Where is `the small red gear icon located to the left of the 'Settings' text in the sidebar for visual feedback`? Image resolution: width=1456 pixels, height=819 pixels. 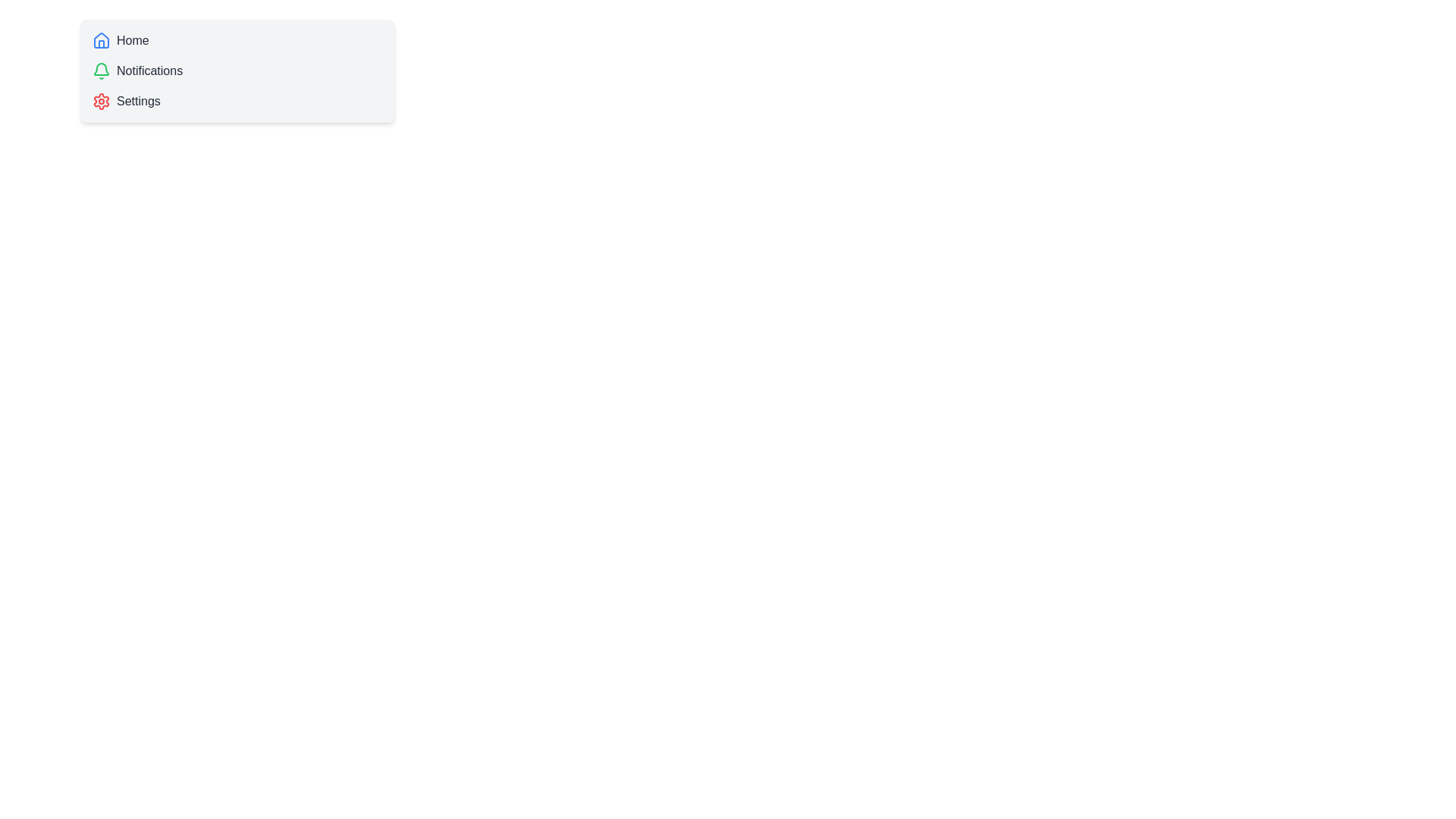
the small red gear icon located to the left of the 'Settings' text in the sidebar for visual feedback is located at coordinates (101, 102).